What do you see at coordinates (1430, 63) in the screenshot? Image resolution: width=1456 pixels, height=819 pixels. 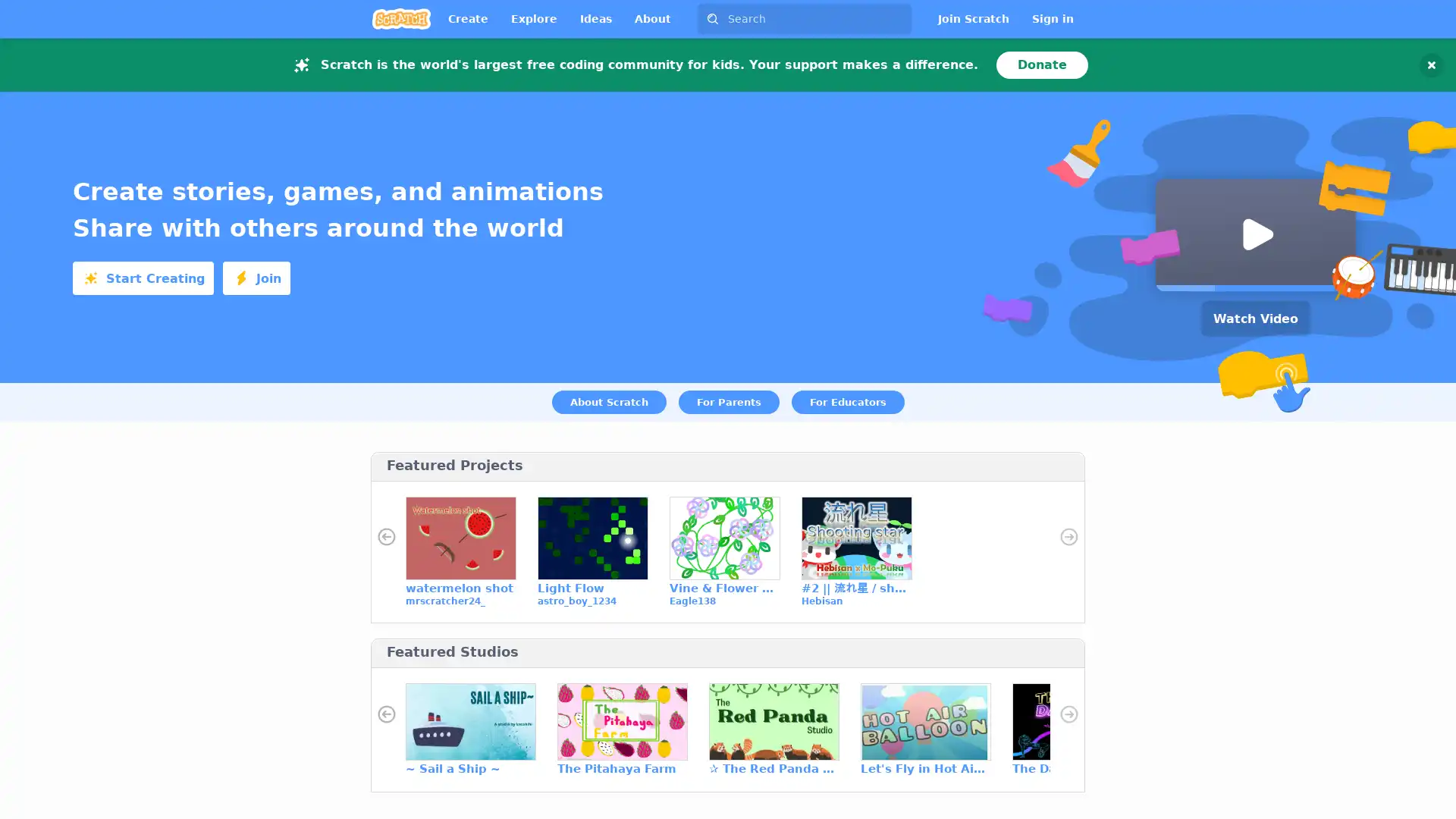 I see `close-icon` at bounding box center [1430, 63].